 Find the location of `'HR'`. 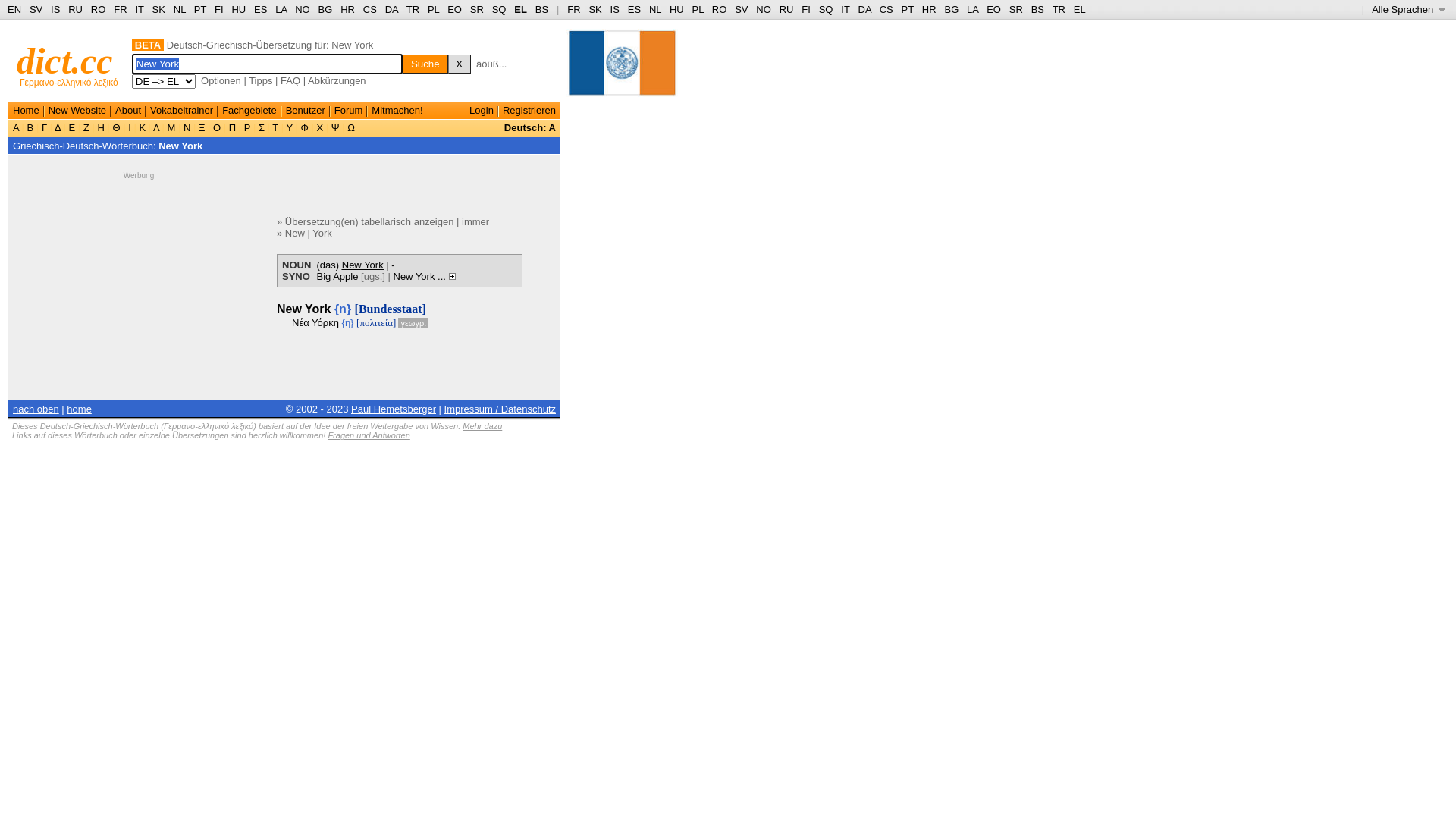

'HR' is located at coordinates (340, 9).